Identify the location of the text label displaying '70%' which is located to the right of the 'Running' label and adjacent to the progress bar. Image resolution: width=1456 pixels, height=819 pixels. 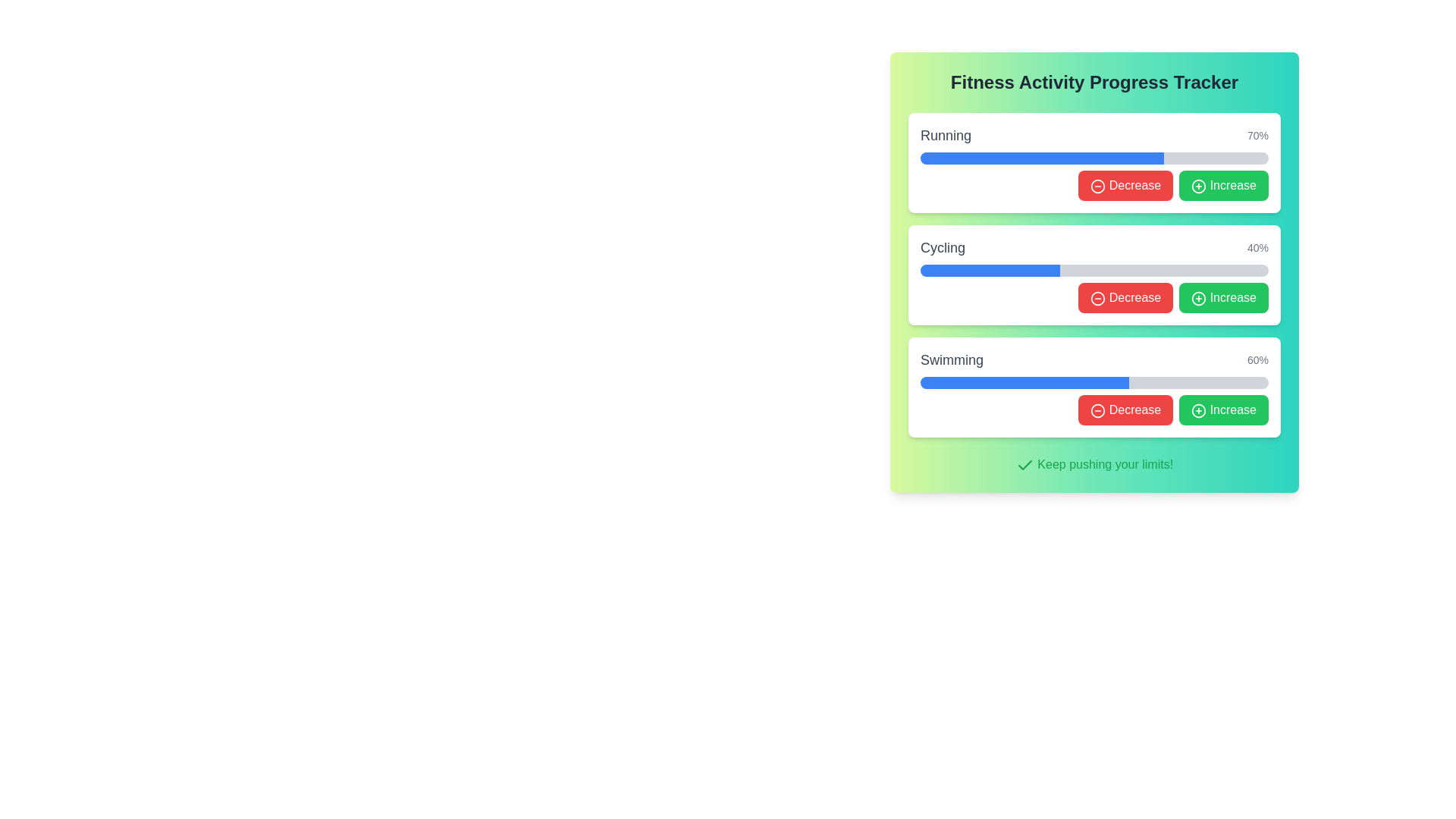
(1258, 134).